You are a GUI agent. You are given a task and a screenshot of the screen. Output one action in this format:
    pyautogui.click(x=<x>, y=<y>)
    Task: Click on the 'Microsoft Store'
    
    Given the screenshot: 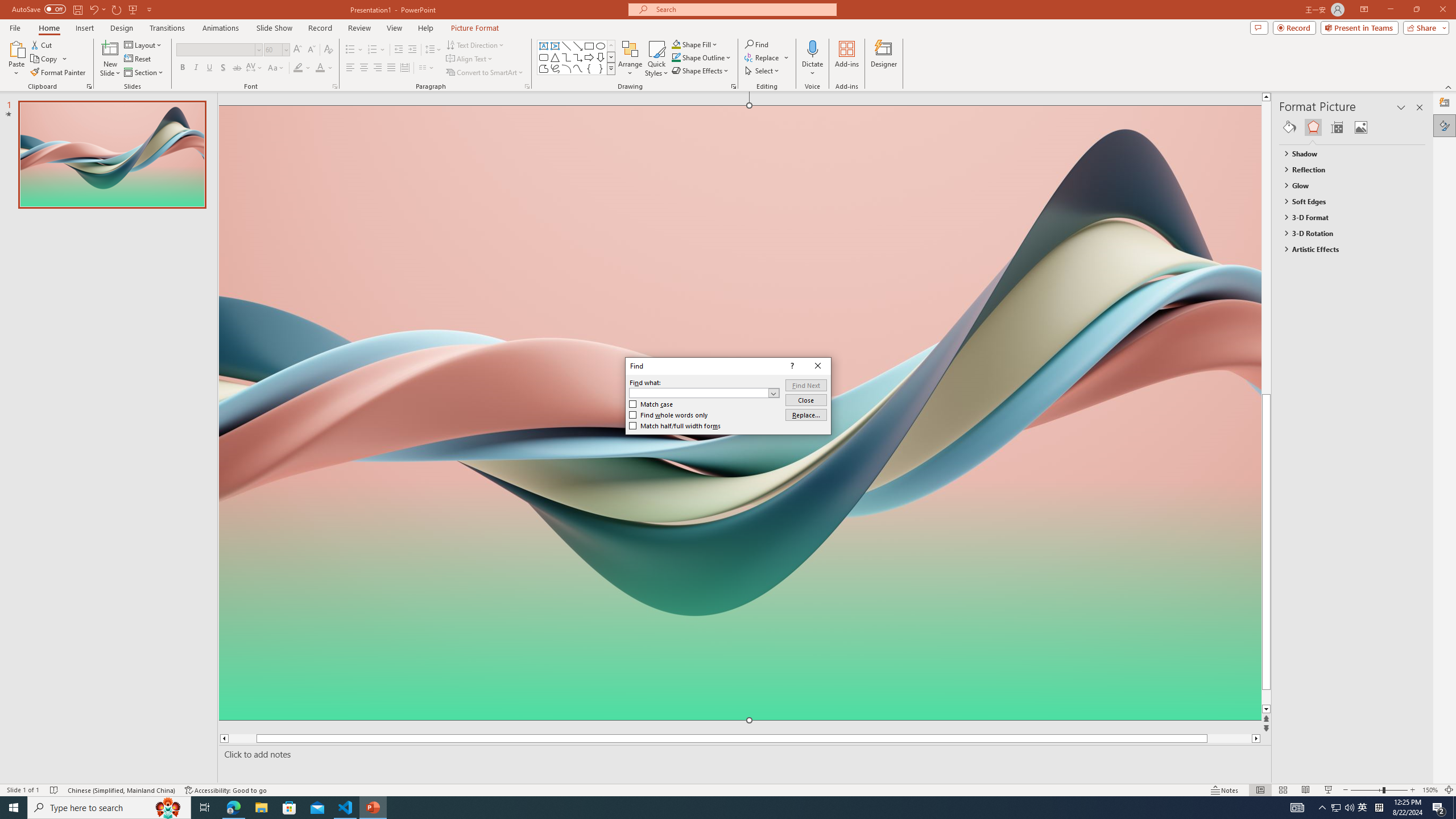 What is the action you would take?
    pyautogui.click(x=289, y=806)
    